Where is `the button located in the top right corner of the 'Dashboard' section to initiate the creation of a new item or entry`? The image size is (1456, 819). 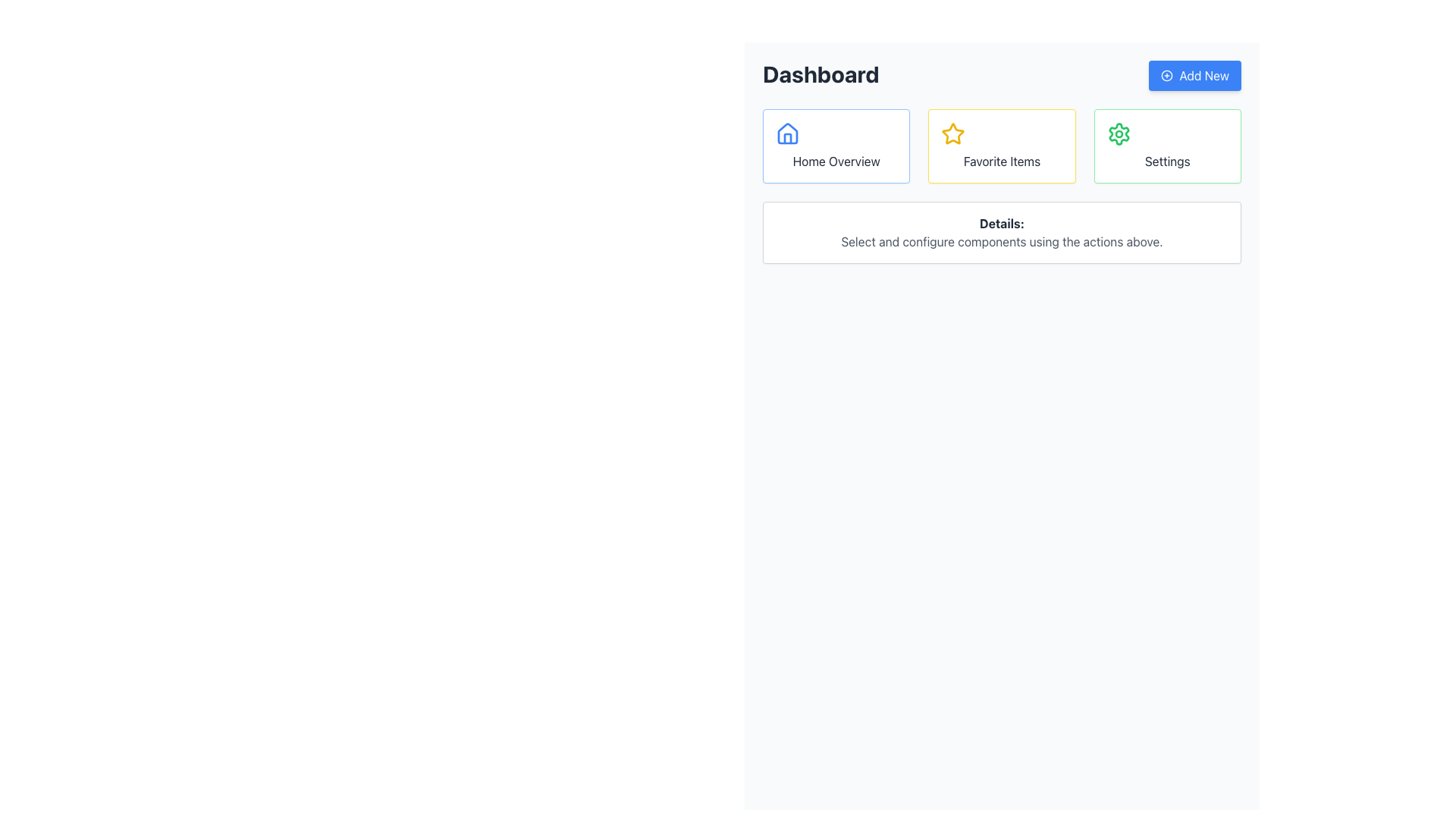
the button located in the top right corner of the 'Dashboard' section to initiate the creation of a new item or entry is located at coordinates (1194, 76).